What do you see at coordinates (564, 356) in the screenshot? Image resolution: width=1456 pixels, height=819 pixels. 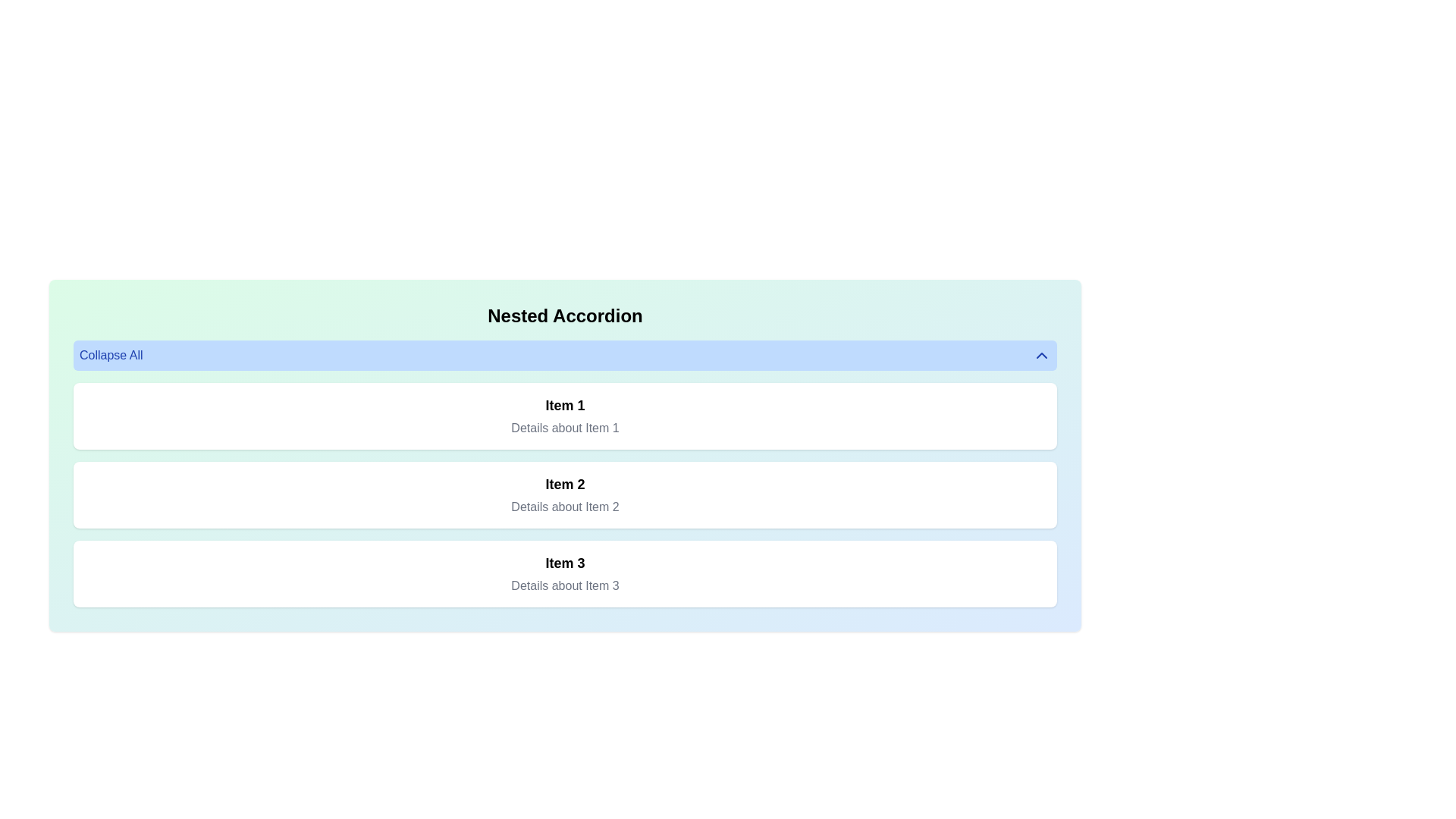 I see `the 'Collapse All' button to toggle the state of the accordion` at bounding box center [564, 356].